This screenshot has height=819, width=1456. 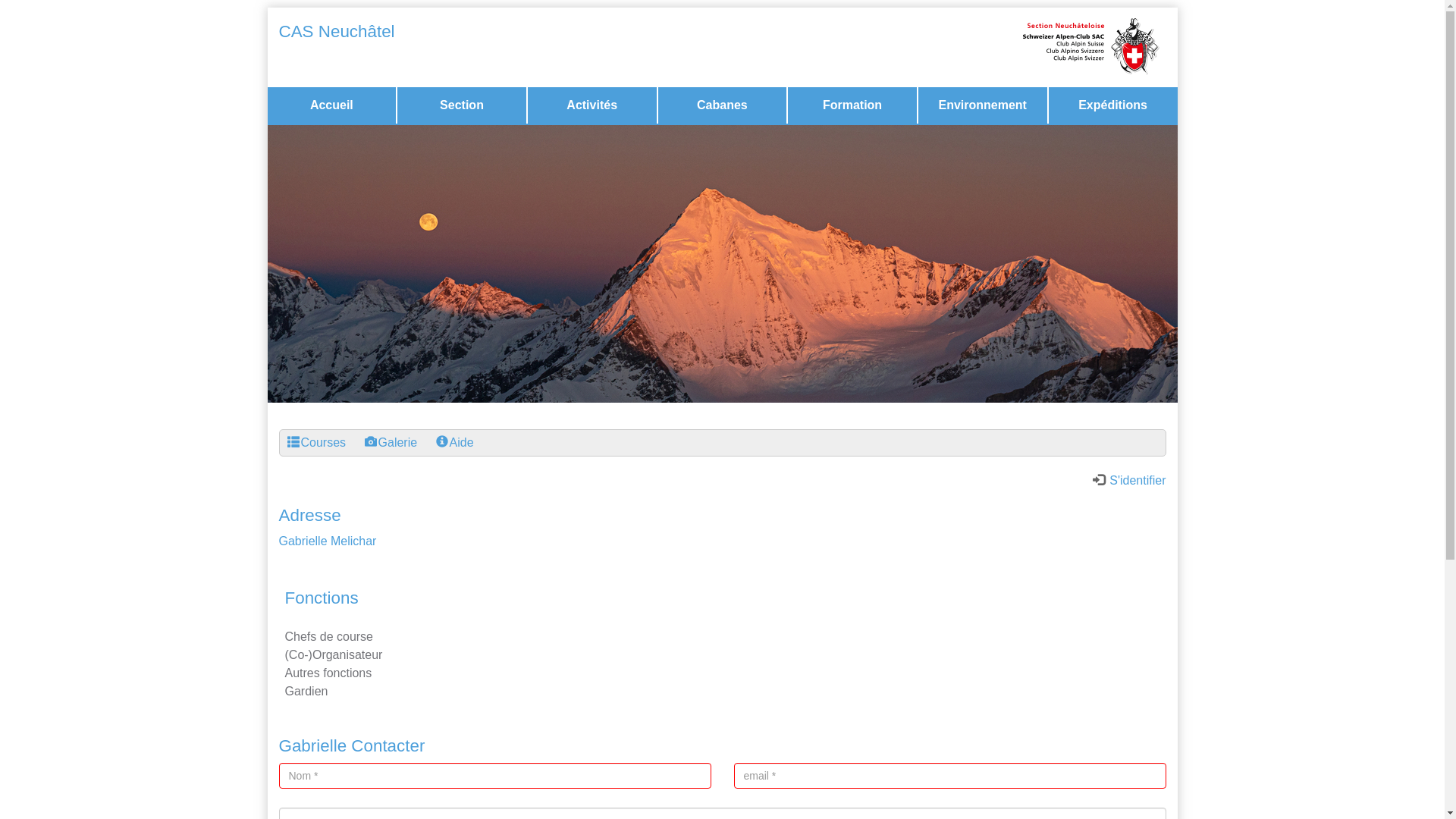 I want to click on 'Accueil', so click(x=330, y=104).